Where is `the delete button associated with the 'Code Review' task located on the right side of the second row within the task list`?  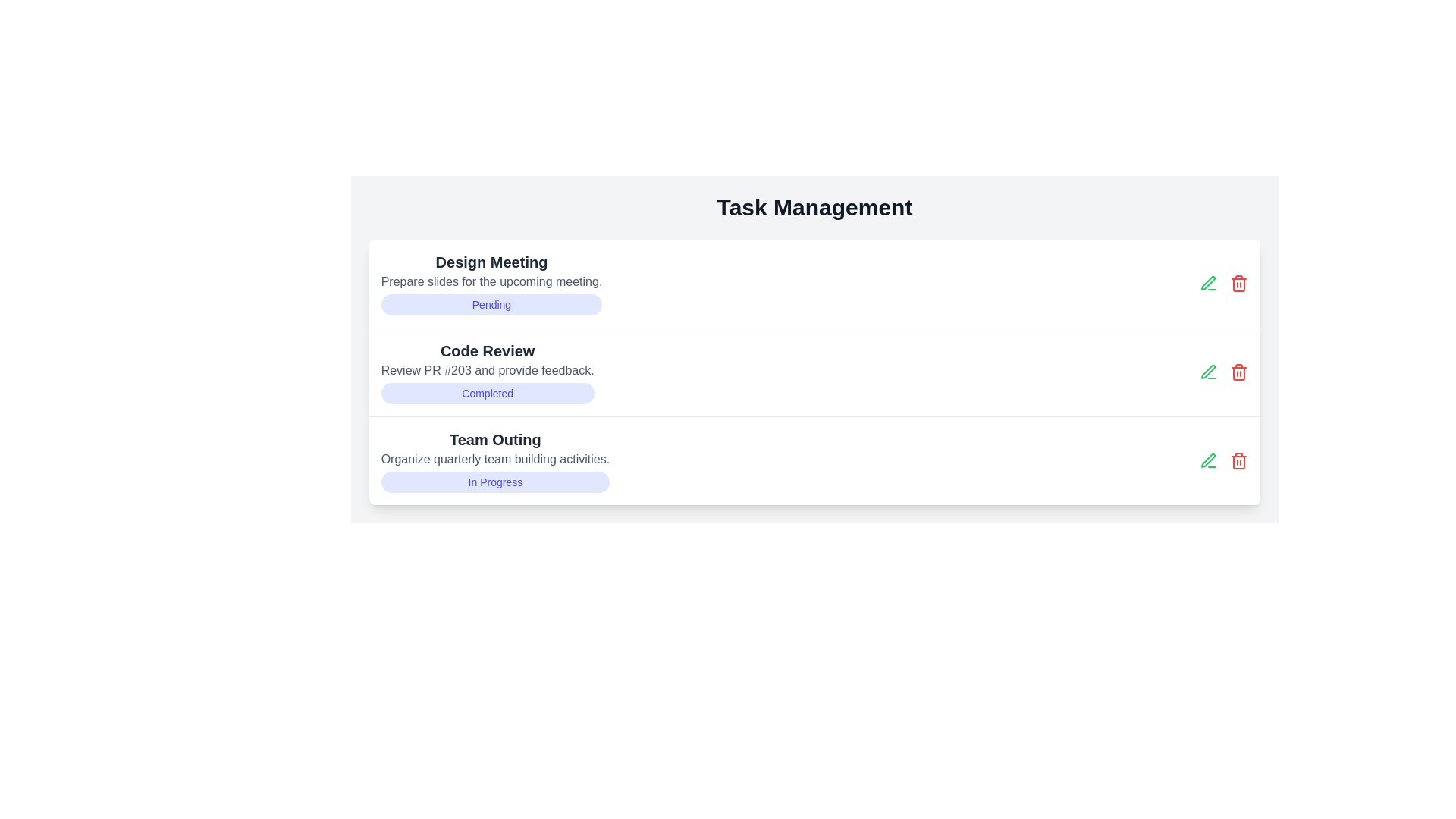
the delete button associated with the 'Code Review' task located on the right side of the second row within the task list is located at coordinates (1239, 372).